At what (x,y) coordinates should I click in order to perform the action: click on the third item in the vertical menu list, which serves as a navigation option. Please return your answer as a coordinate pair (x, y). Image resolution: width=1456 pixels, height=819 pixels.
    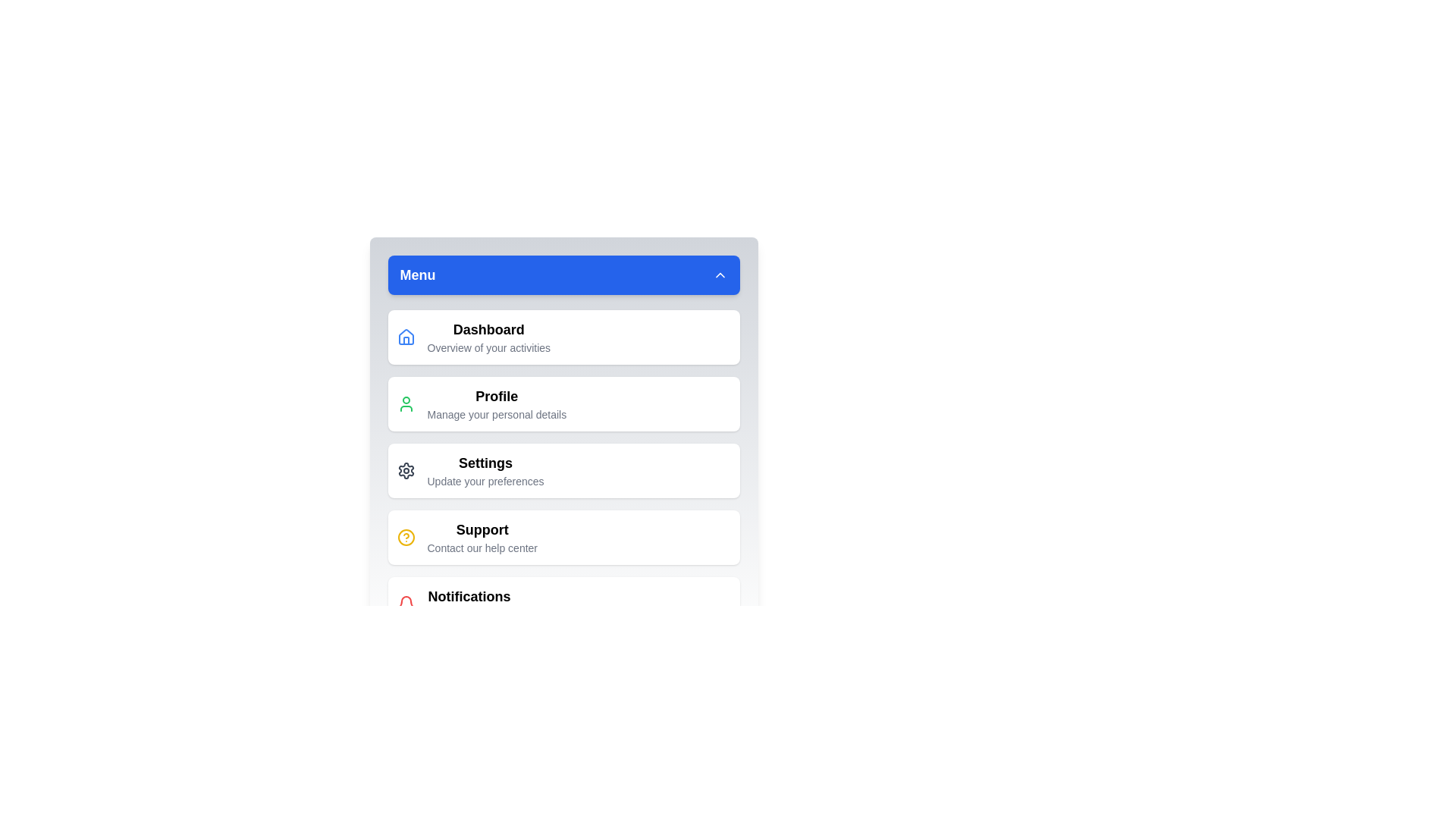
    Looking at the image, I should click on (485, 470).